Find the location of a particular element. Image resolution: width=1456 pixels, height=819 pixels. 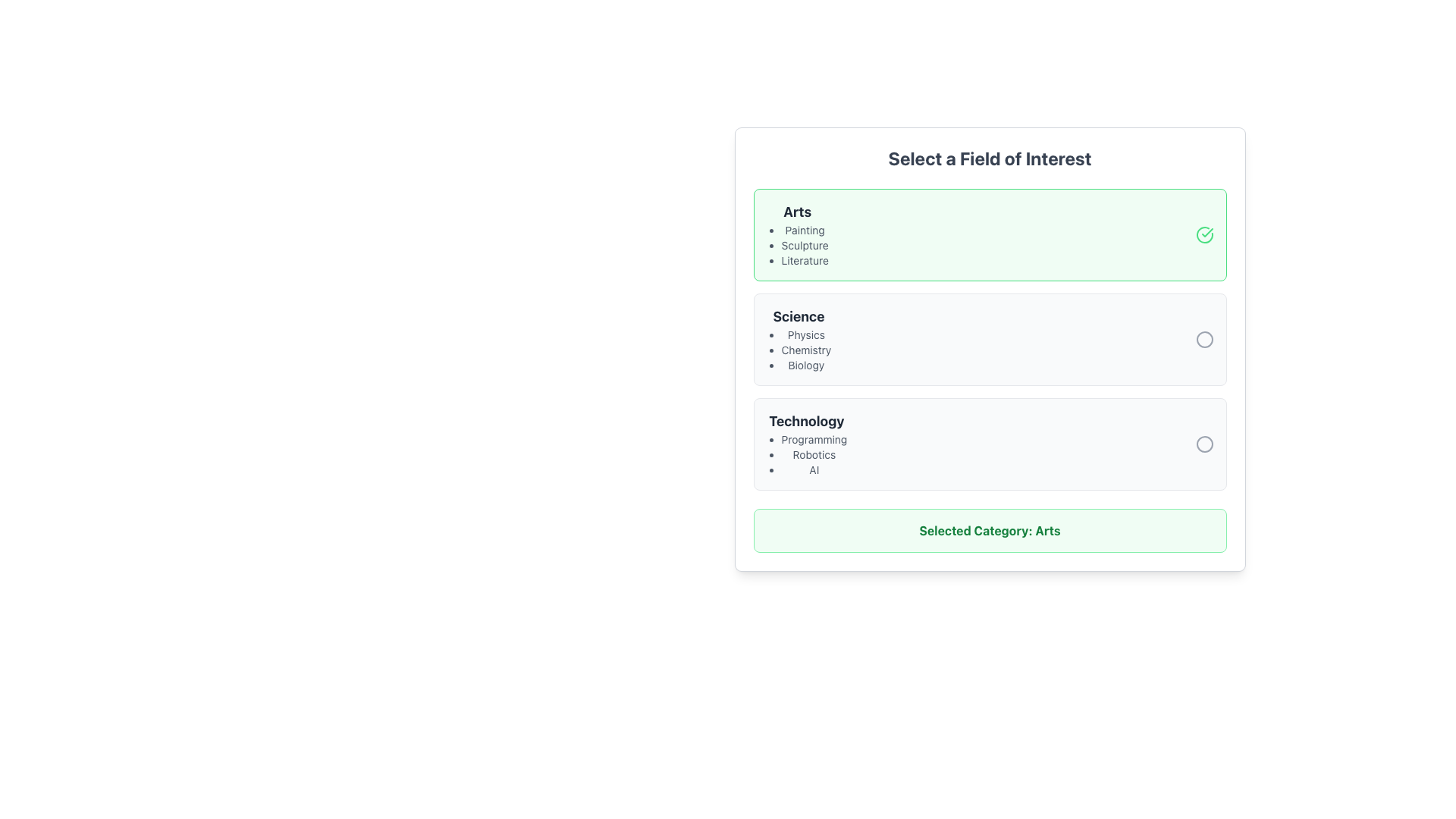

the 'Science' section which contains a vertically-aligned list of items including 'Physics', 'Chemistry', and 'Biology' is located at coordinates (798, 338).